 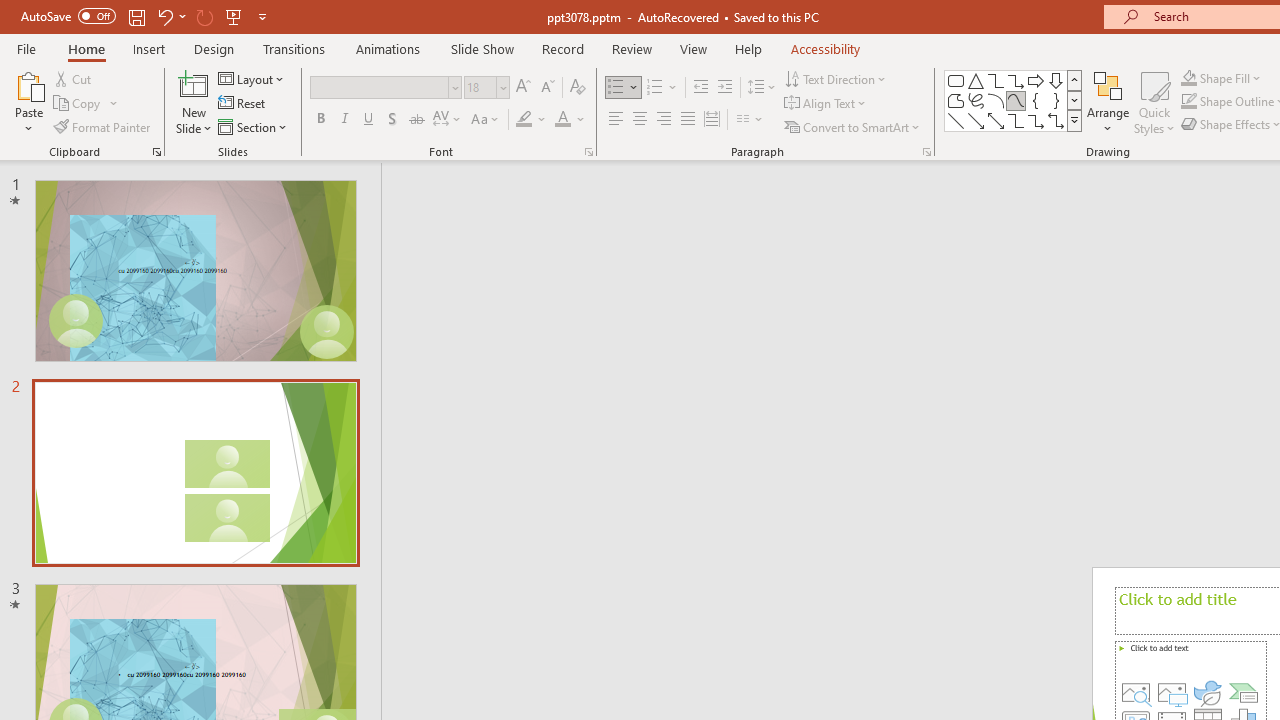 I want to click on 'Stock Images', so click(x=1136, y=692).